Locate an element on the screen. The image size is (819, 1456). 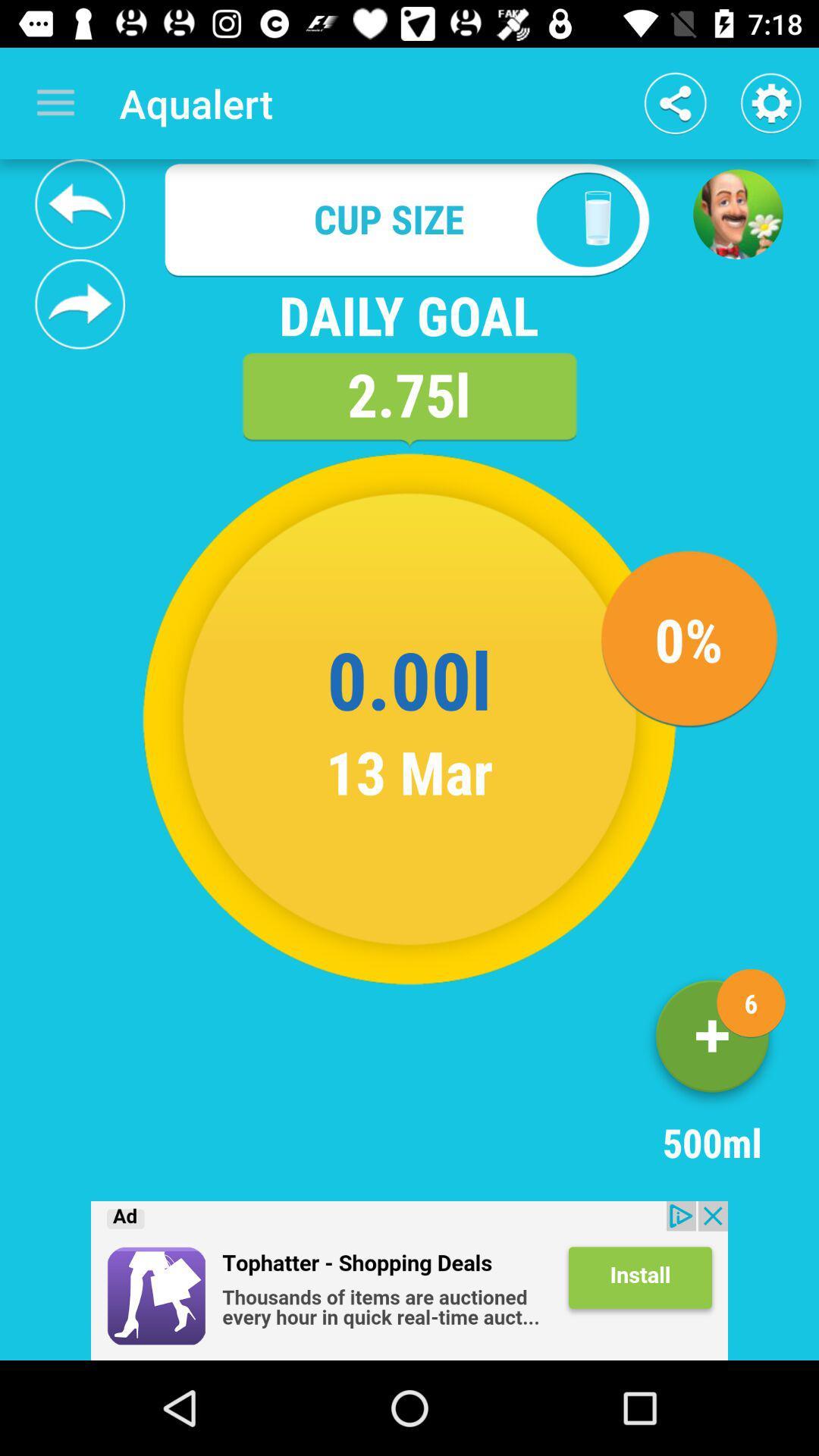
go back is located at coordinates (409, 1280).